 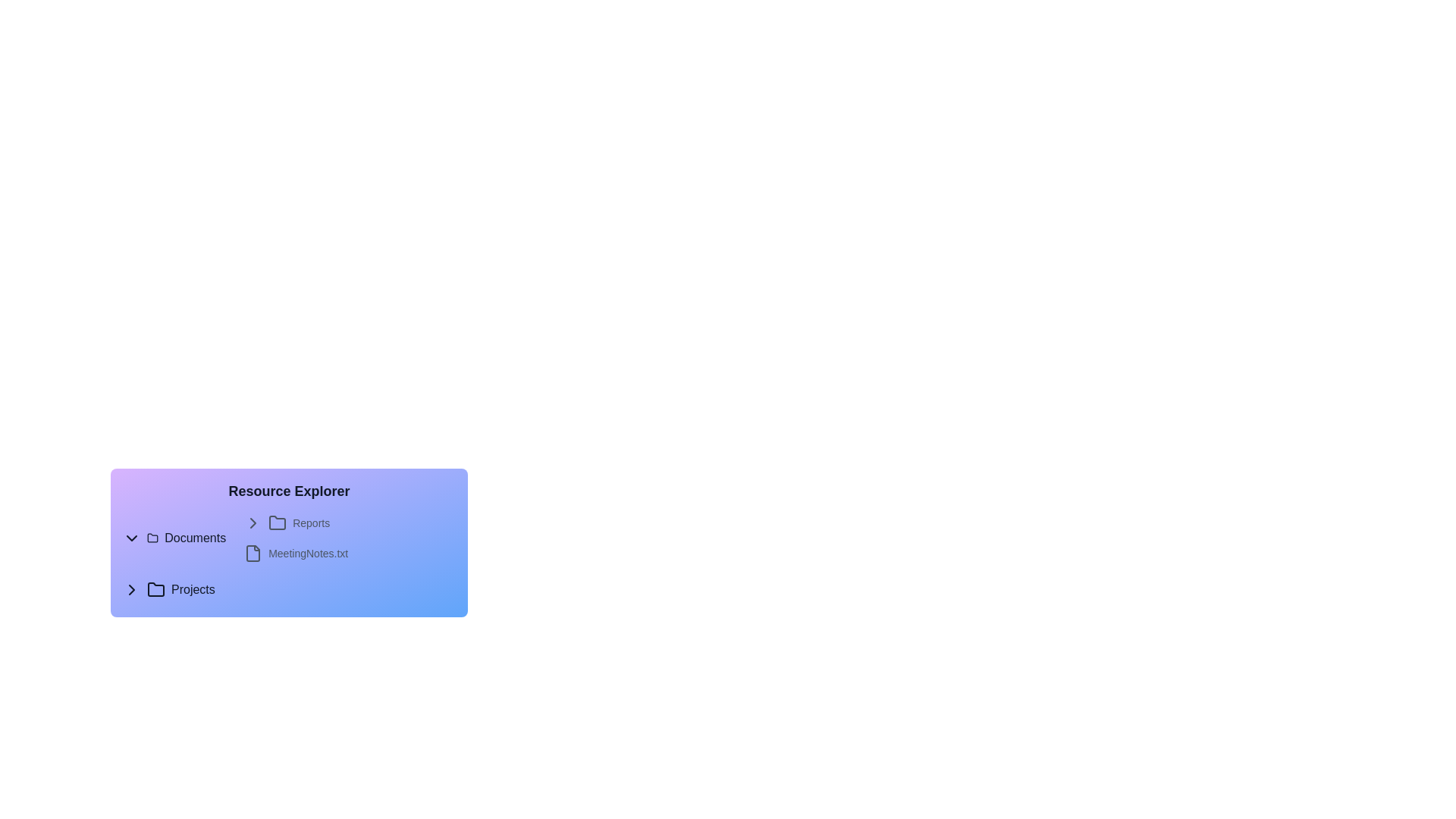 What do you see at coordinates (289, 537) in the screenshot?
I see `the list item labeled 'DocumentsReportsMeetingNotes.txt'` at bounding box center [289, 537].